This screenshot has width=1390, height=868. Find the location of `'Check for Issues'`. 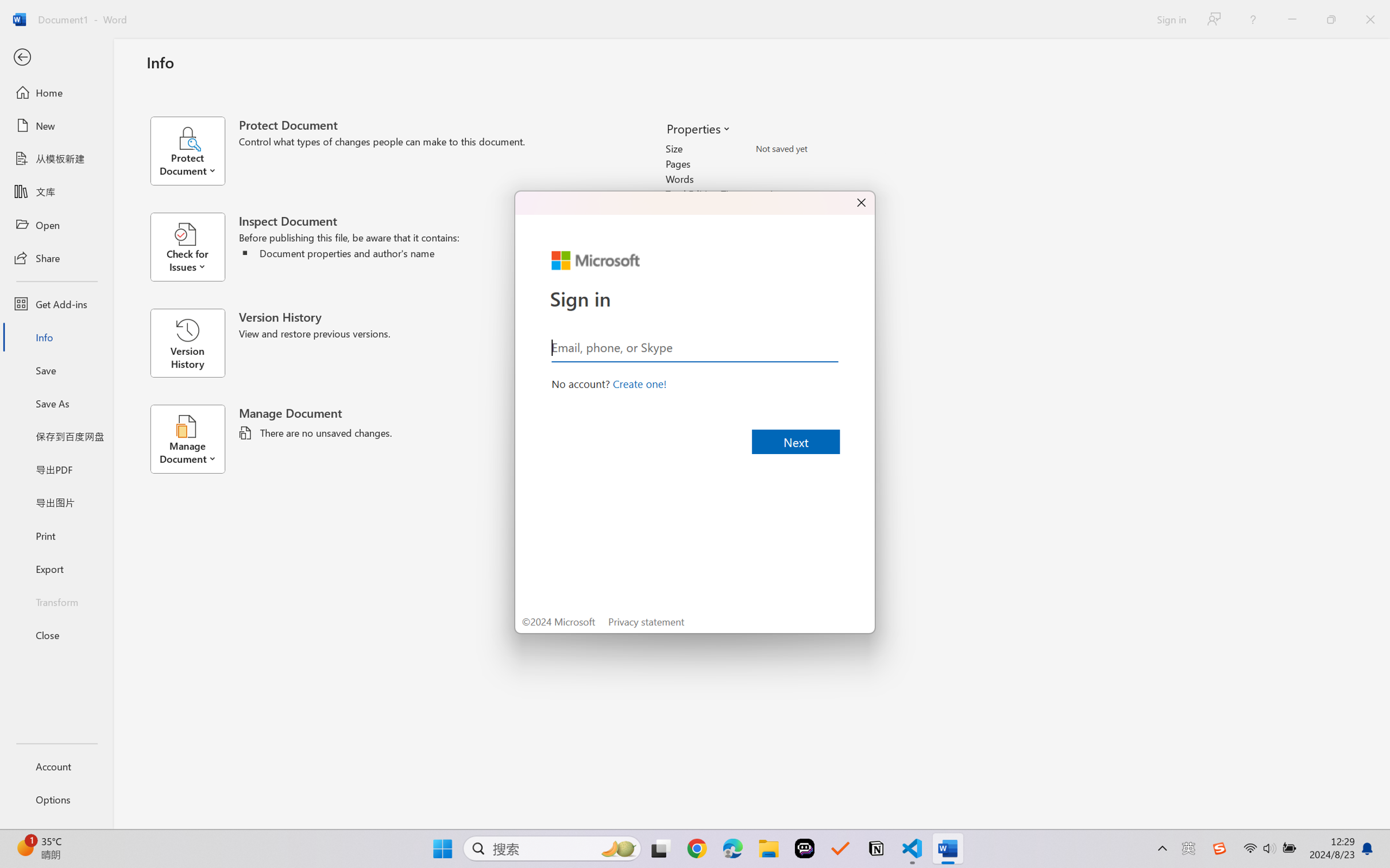

'Check for Issues' is located at coordinates (194, 246).